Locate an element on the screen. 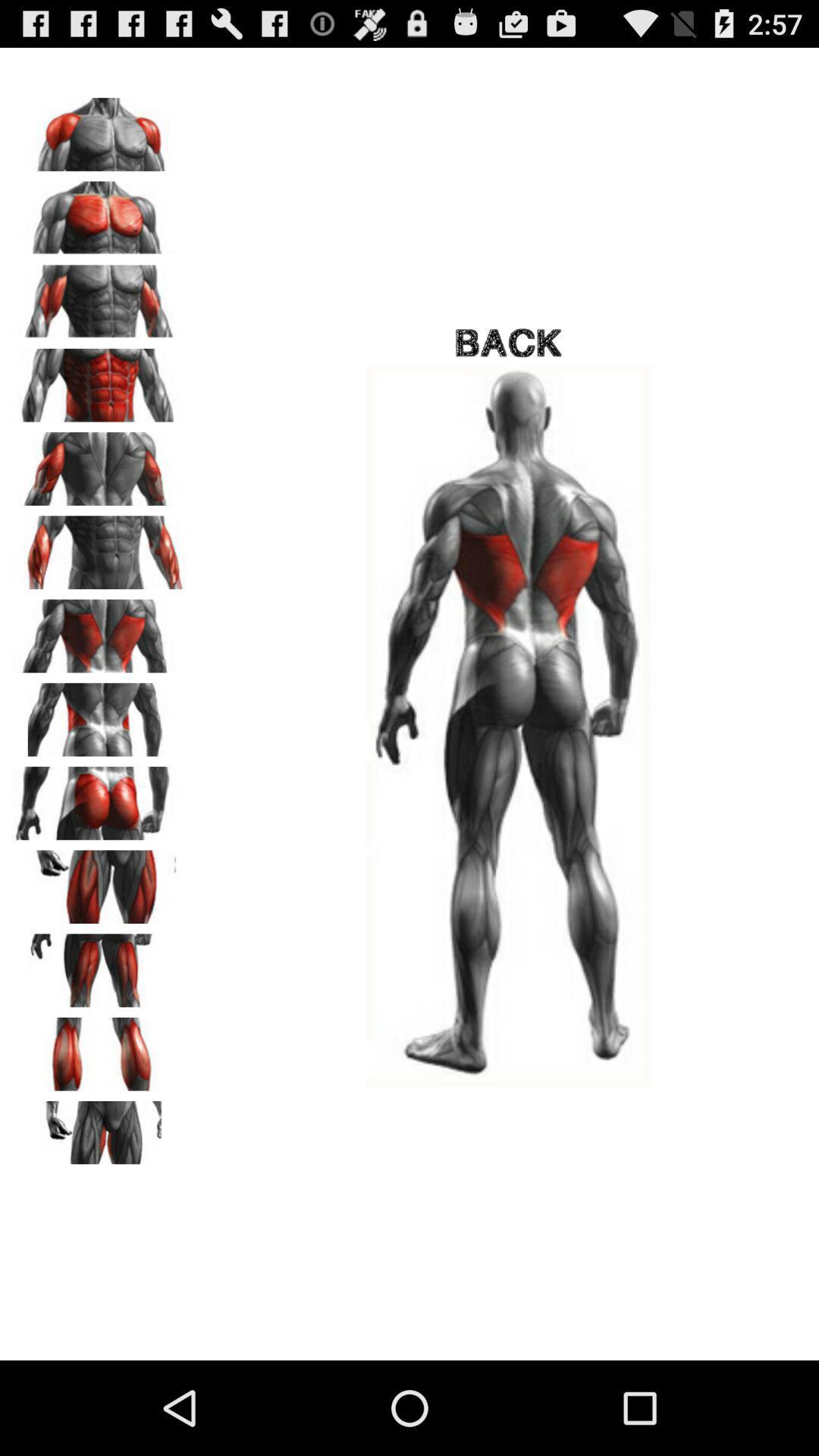 This screenshot has width=819, height=1456. abs is located at coordinates (99, 546).